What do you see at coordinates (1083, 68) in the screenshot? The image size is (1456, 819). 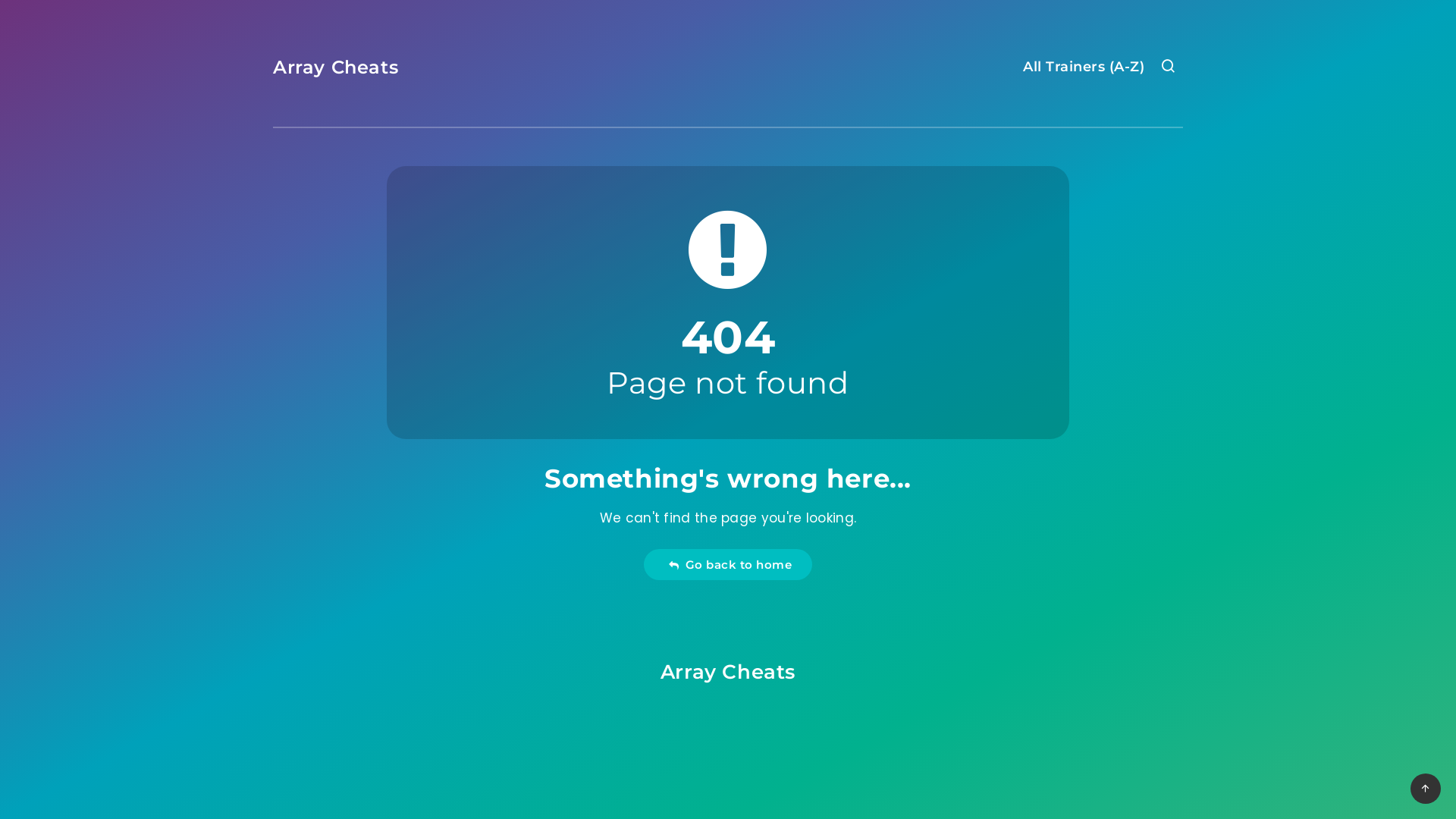 I see `'All Trainers (A-Z)'` at bounding box center [1083, 68].